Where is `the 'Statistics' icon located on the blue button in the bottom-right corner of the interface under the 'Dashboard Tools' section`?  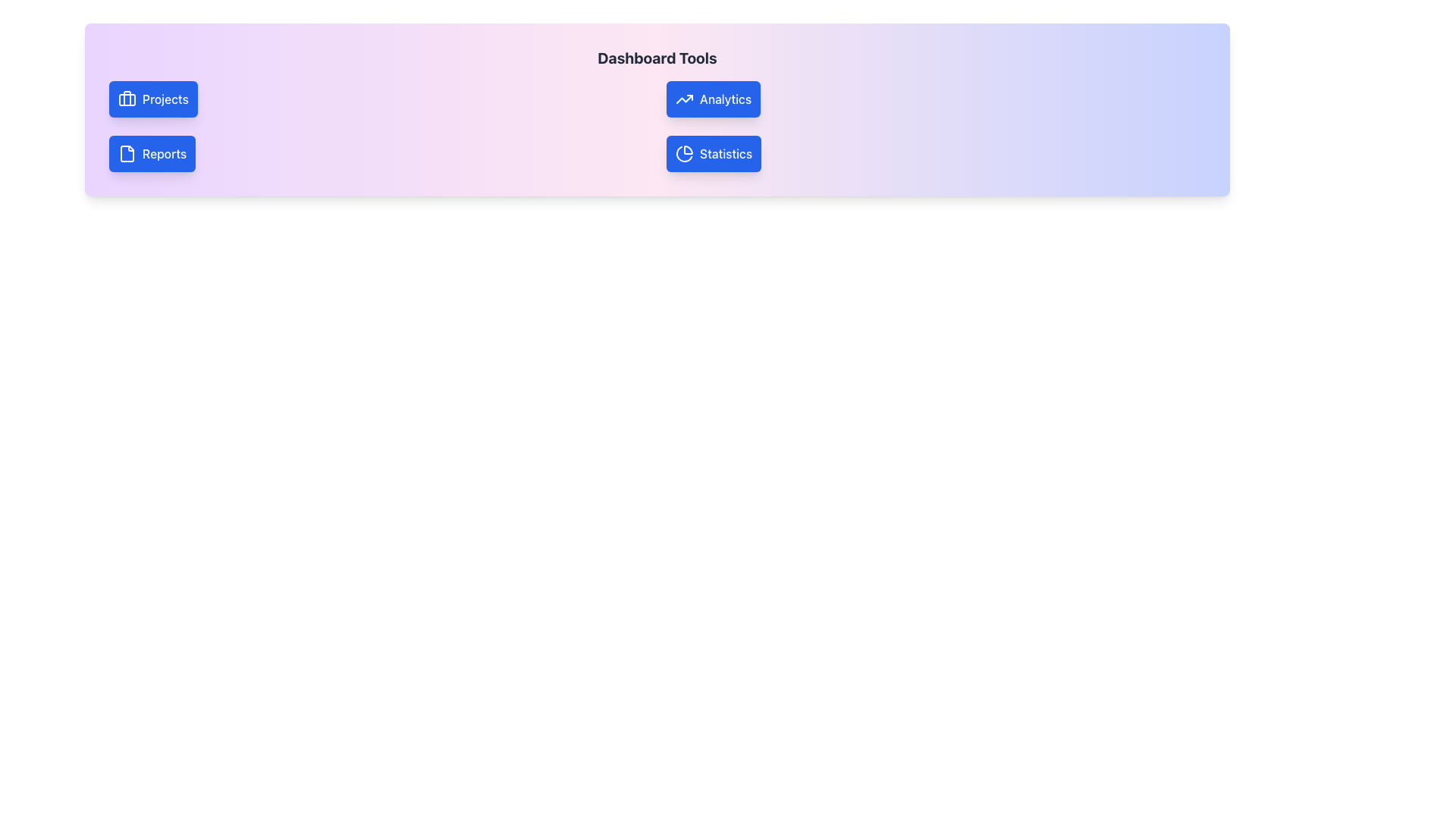
the 'Statistics' icon located on the blue button in the bottom-right corner of the interface under the 'Dashboard Tools' section is located at coordinates (683, 154).